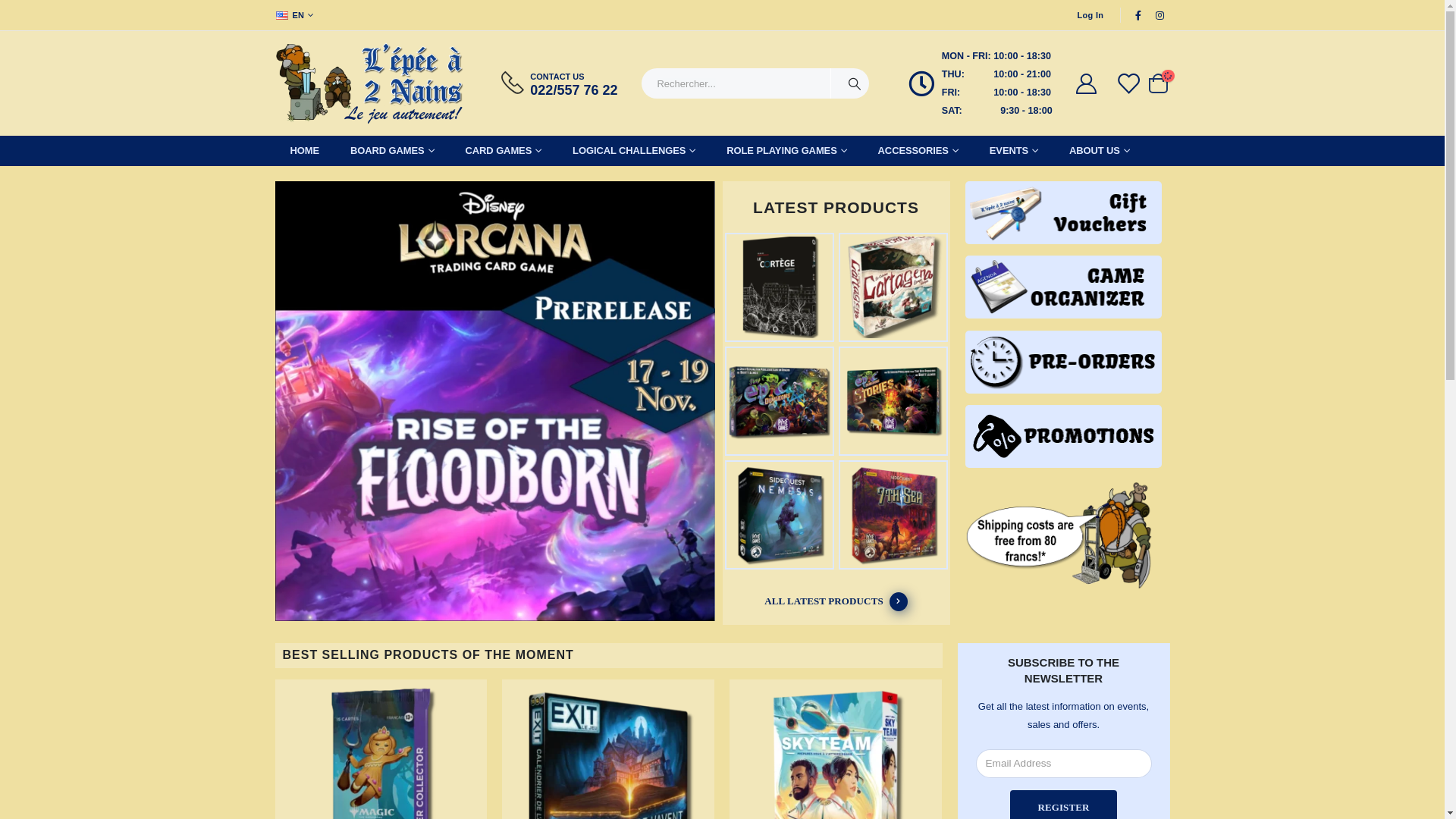 This screenshot has width=1456, height=819. I want to click on 'precommandes-icon_en', so click(1062, 362).